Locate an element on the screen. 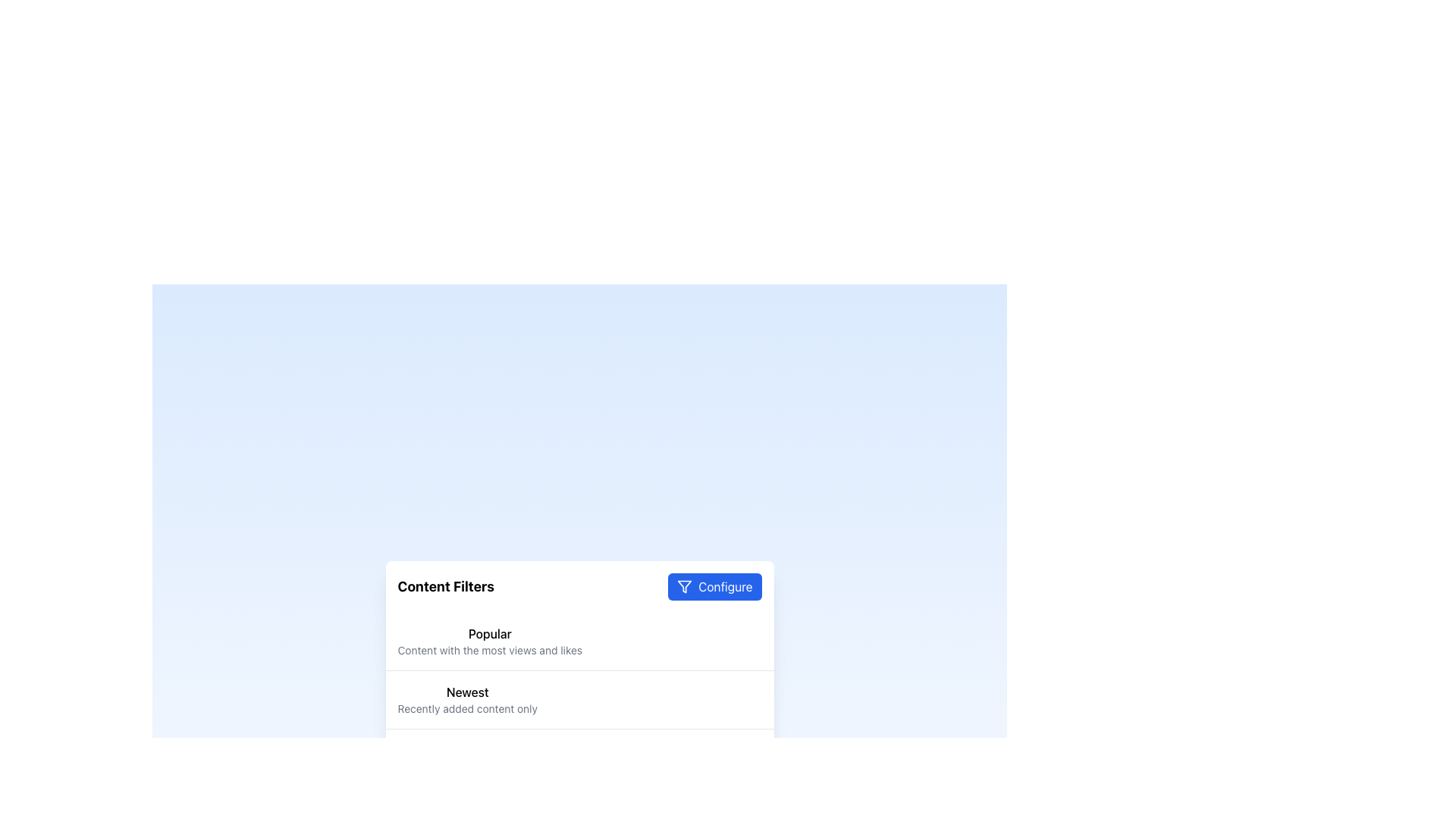 The width and height of the screenshot is (1456, 819). the 'Newest' filter option label located below the 'Popular' section in the 'Content Filters' menu is located at coordinates (466, 699).